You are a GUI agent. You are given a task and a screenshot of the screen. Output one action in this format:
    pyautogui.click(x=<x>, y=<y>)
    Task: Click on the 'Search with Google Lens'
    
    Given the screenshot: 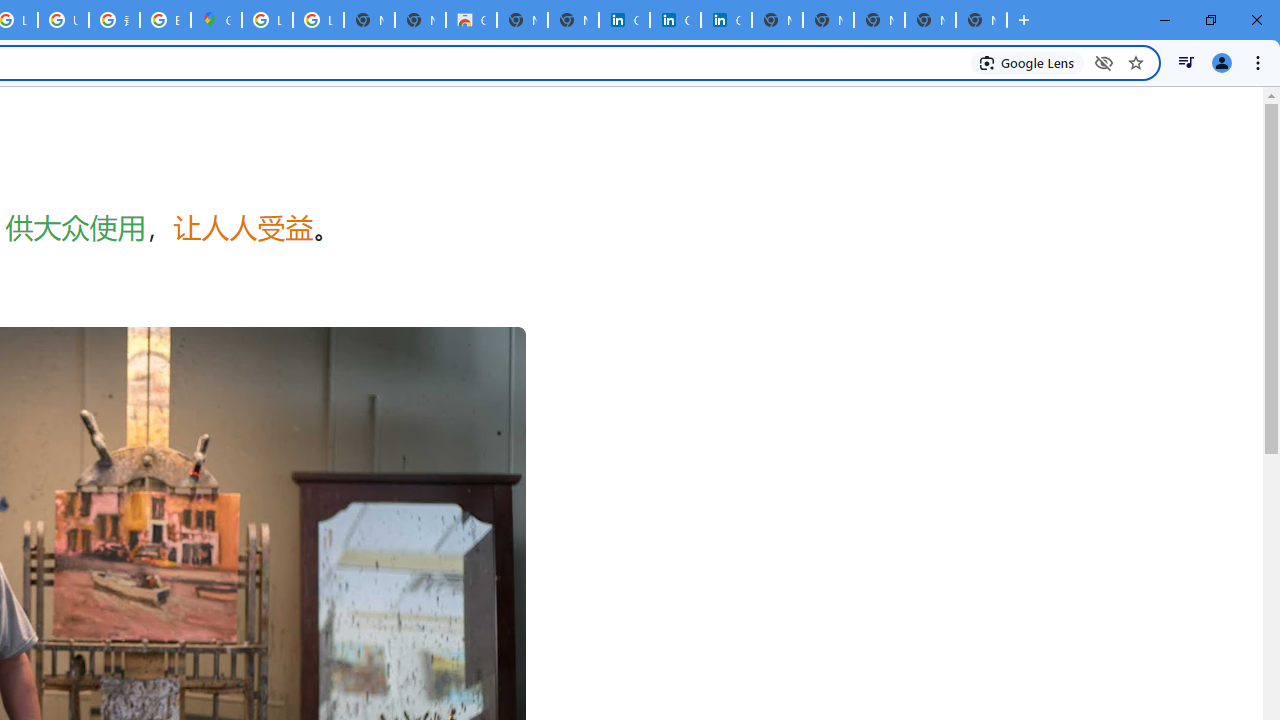 What is the action you would take?
    pyautogui.click(x=1027, y=61)
    